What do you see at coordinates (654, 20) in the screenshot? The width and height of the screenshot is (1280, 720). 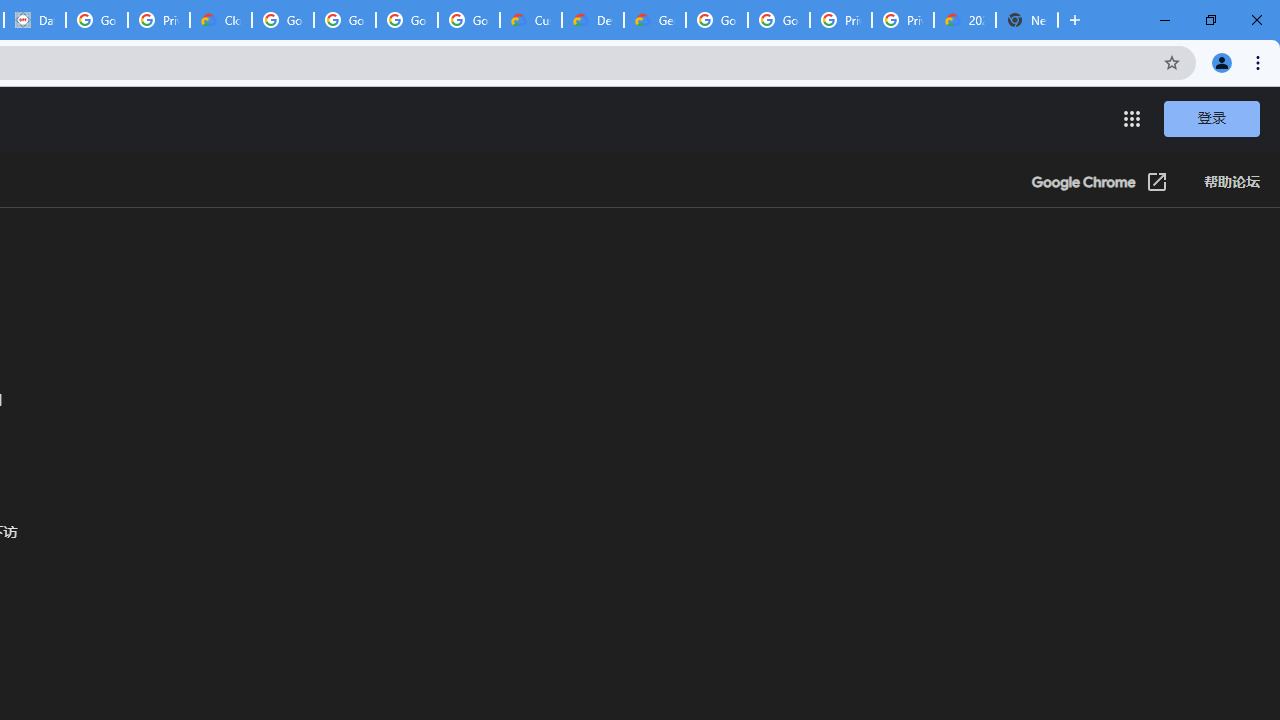 I see `'Gemini for Business and Developers | Google Cloud'` at bounding box center [654, 20].